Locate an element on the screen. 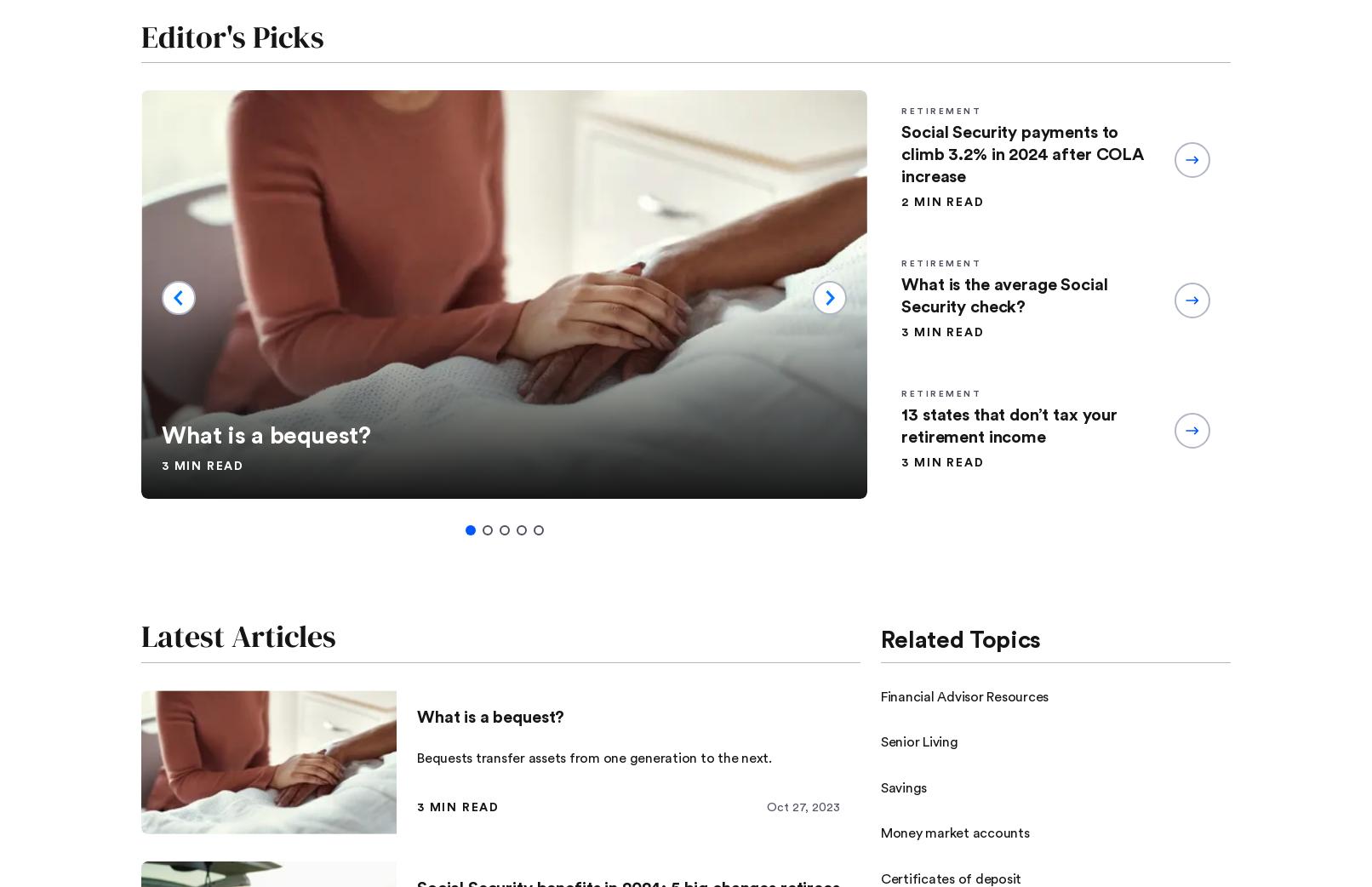 The width and height of the screenshot is (1372, 887). 'Financial Advisor Resources' is located at coordinates (964, 695).